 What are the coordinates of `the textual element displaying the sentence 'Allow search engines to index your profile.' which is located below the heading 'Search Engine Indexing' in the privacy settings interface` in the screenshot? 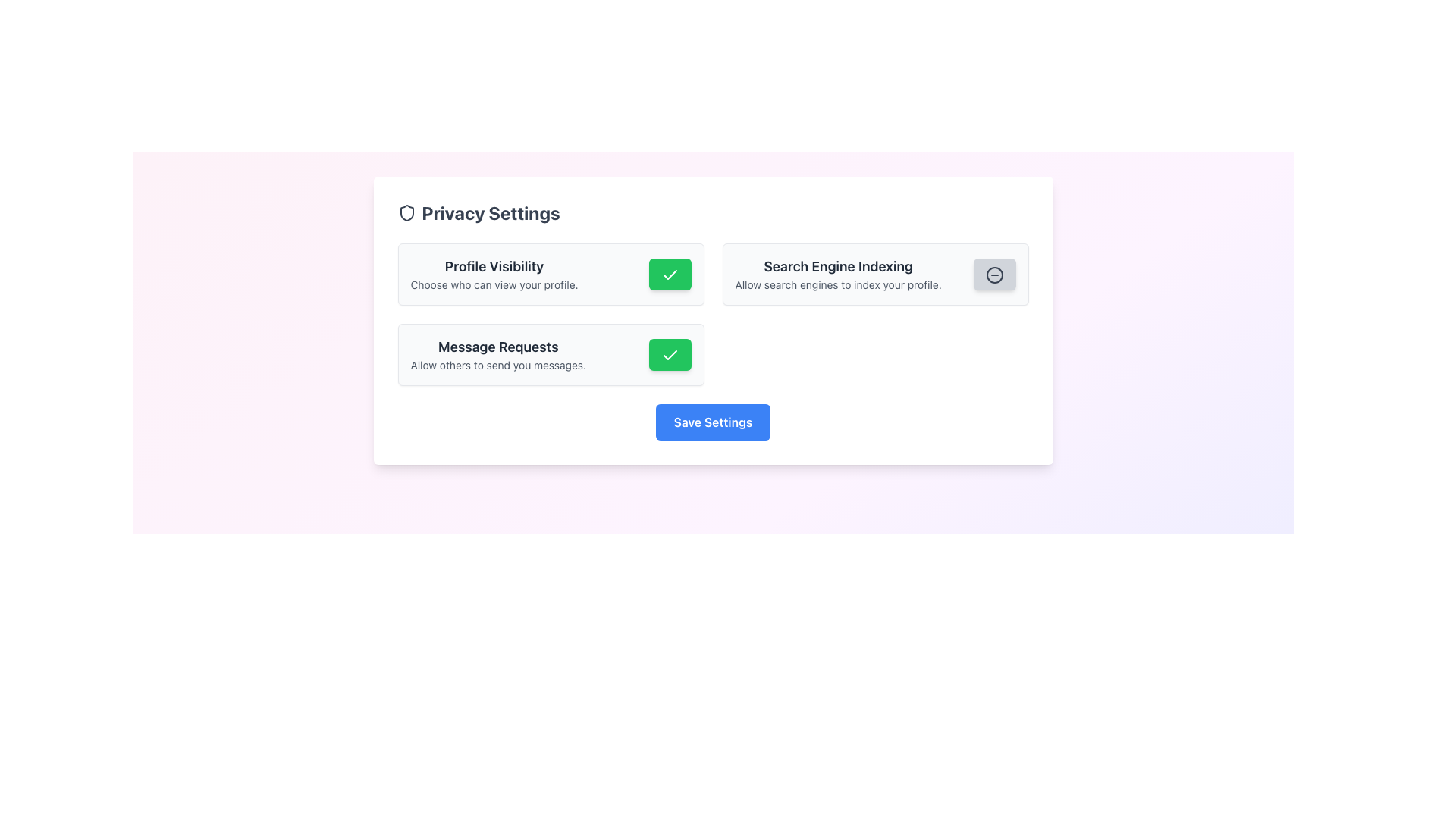 It's located at (837, 284).